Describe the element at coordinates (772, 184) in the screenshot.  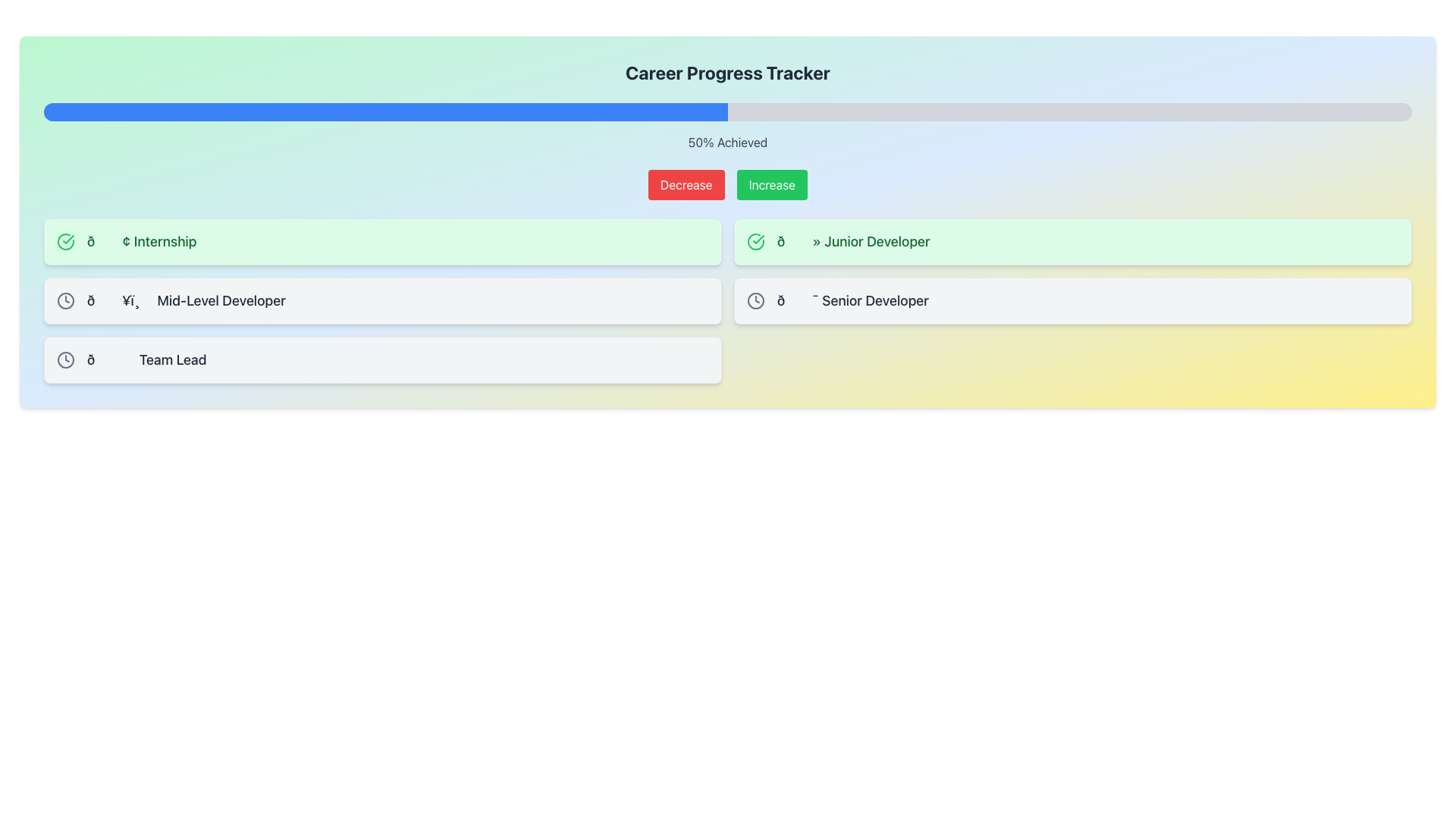
I see `the green button labeled 'Increase'` at that location.